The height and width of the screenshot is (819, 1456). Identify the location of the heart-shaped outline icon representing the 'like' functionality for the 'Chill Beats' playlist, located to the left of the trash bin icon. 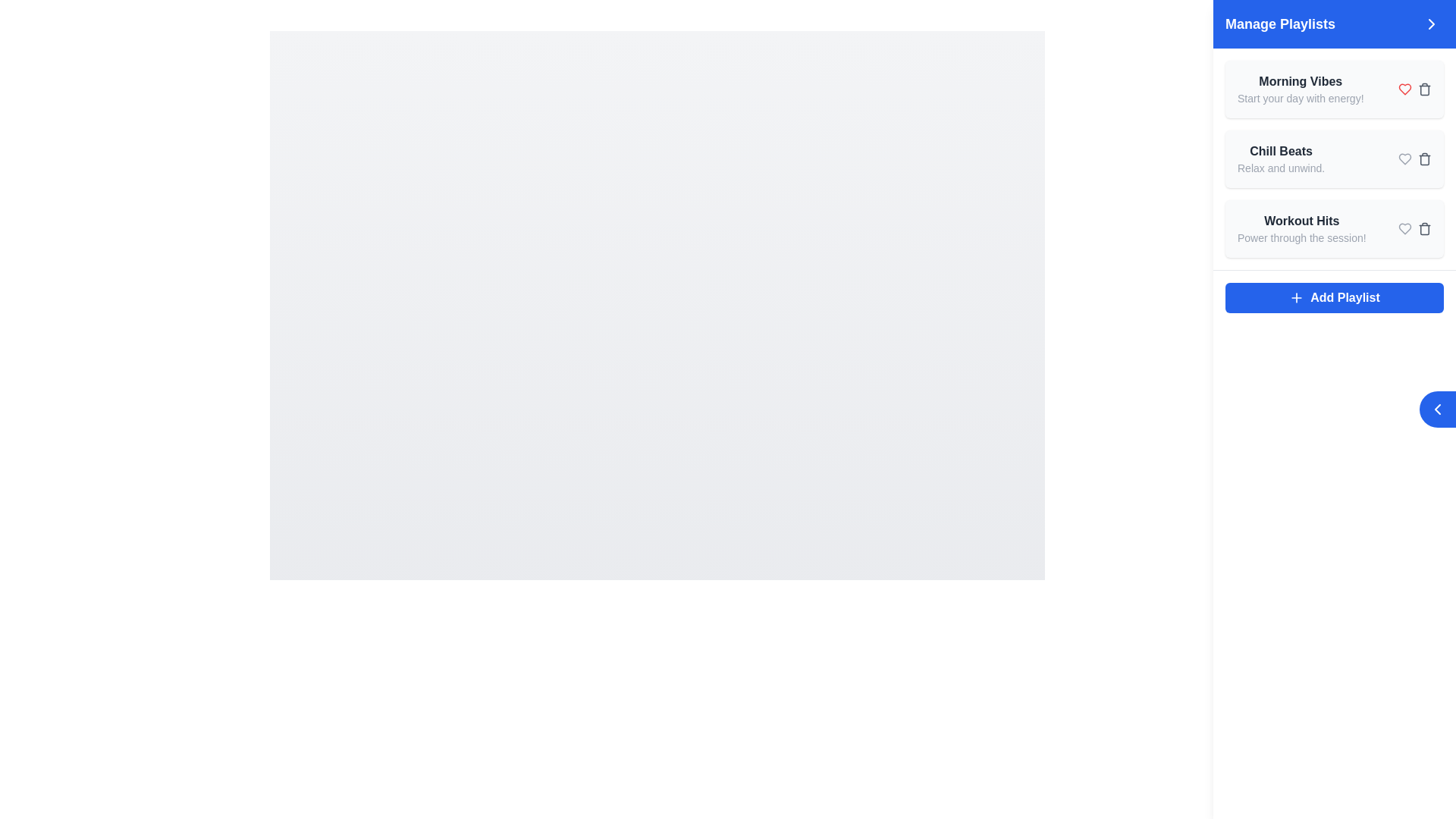
(1404, 158).